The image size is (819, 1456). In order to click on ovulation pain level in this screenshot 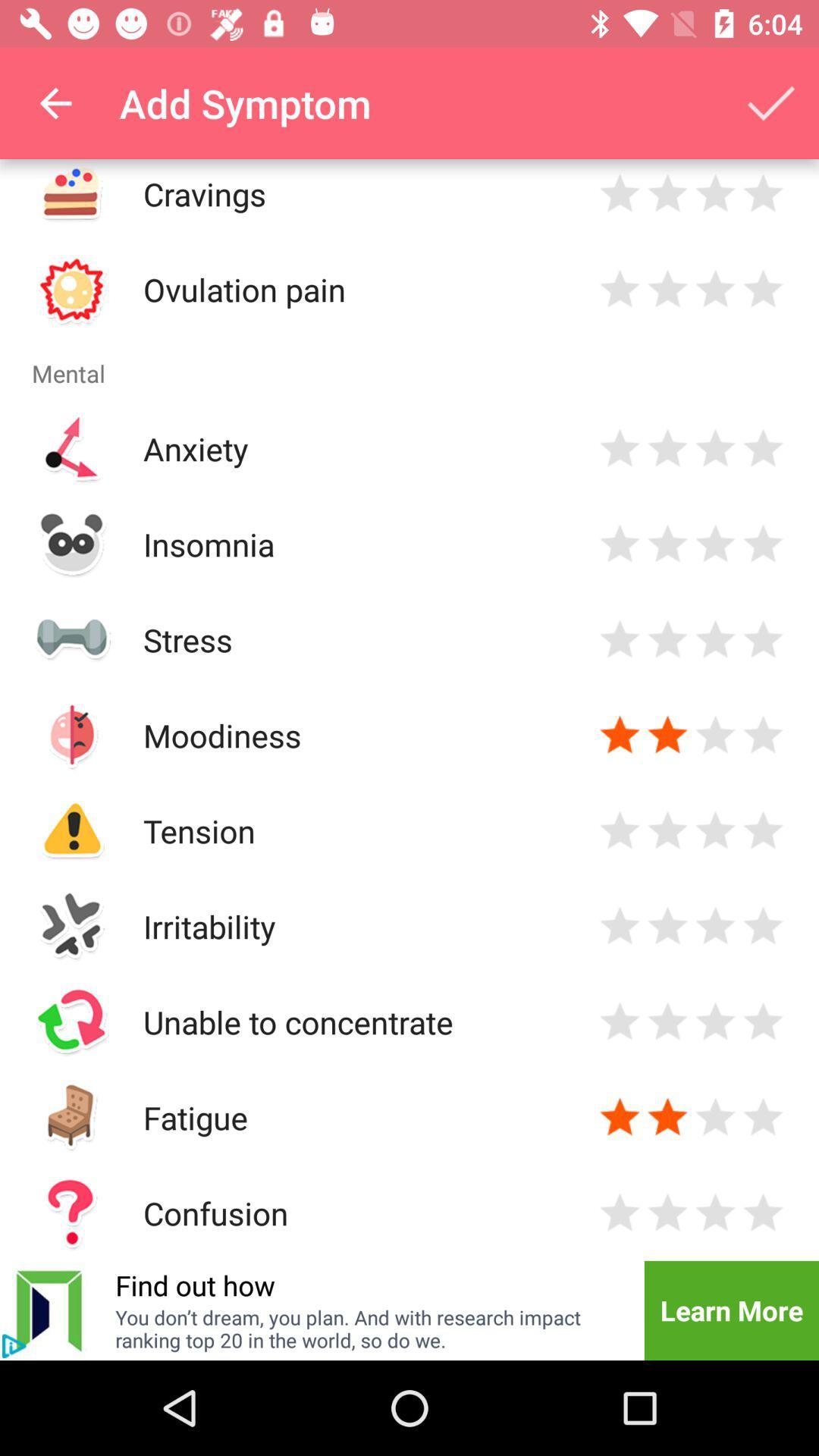, I will do `click(715, 289)`.